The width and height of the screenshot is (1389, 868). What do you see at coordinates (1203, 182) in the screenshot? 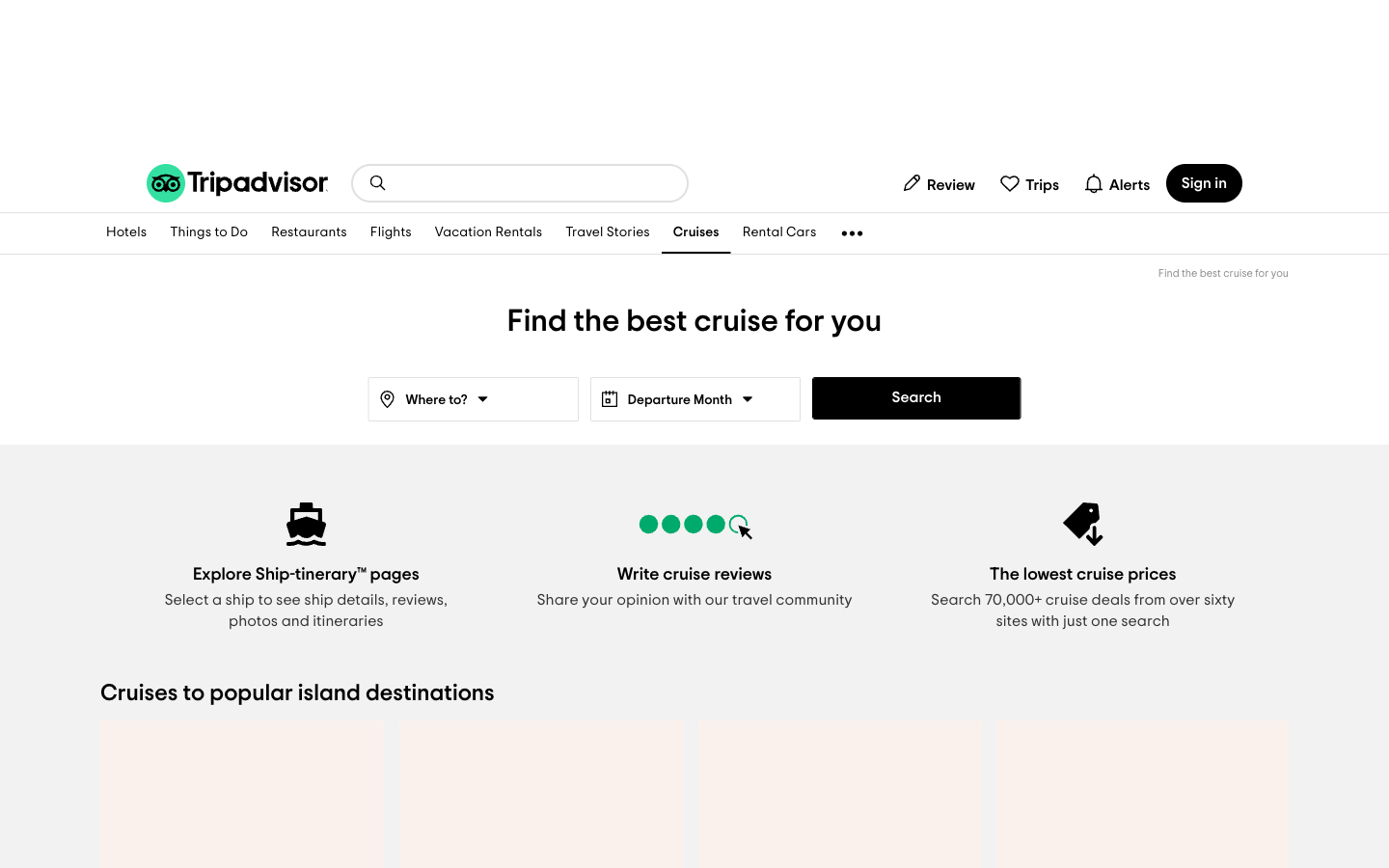
I see `sign in page` at bounding box center [1203, 182].